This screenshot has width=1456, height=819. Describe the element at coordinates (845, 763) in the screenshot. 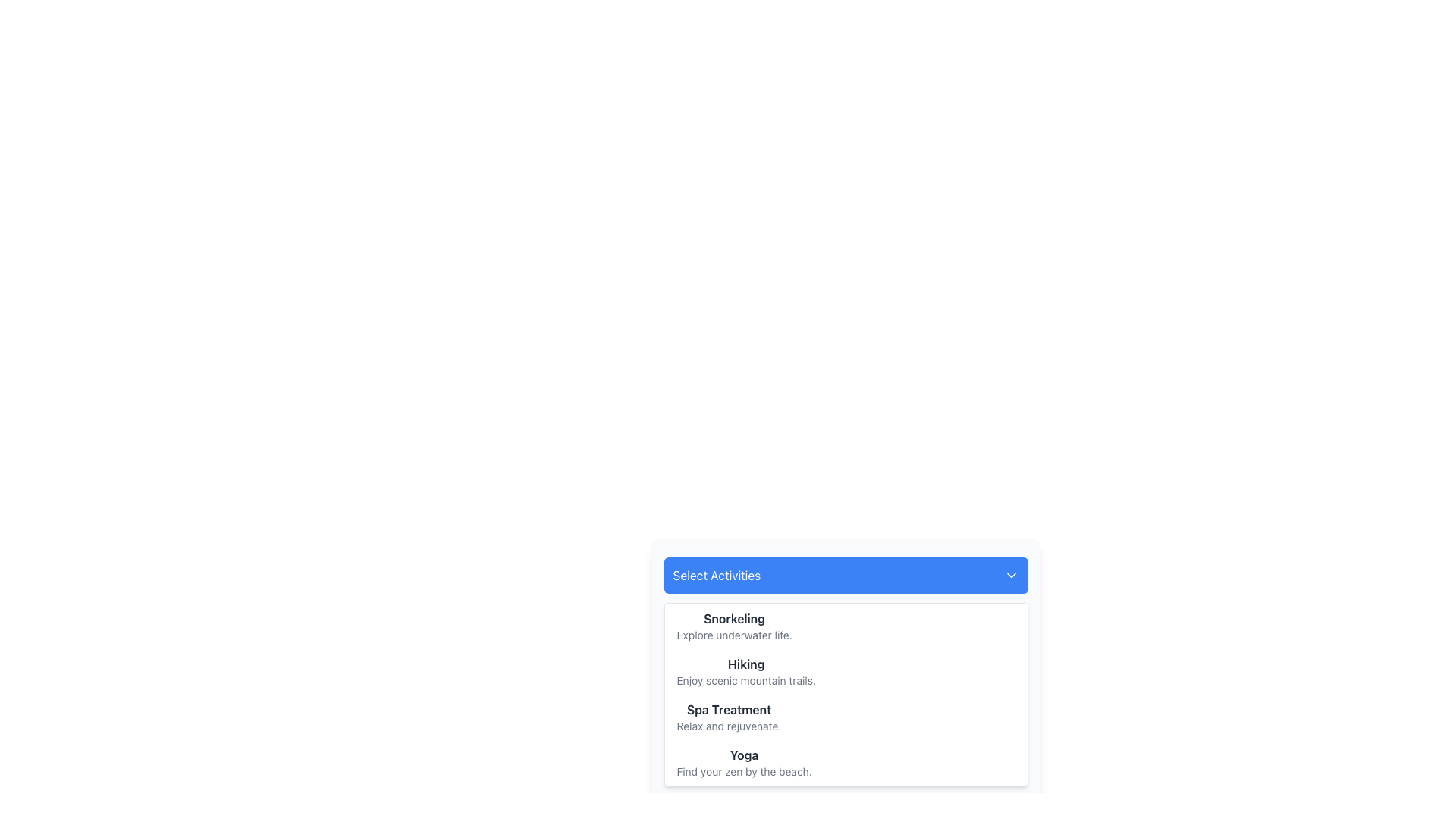

I see `the fourth and last option of the dropdown list labeled 'Select Activities', which provides information about yoga as a selection for further action` at that location.